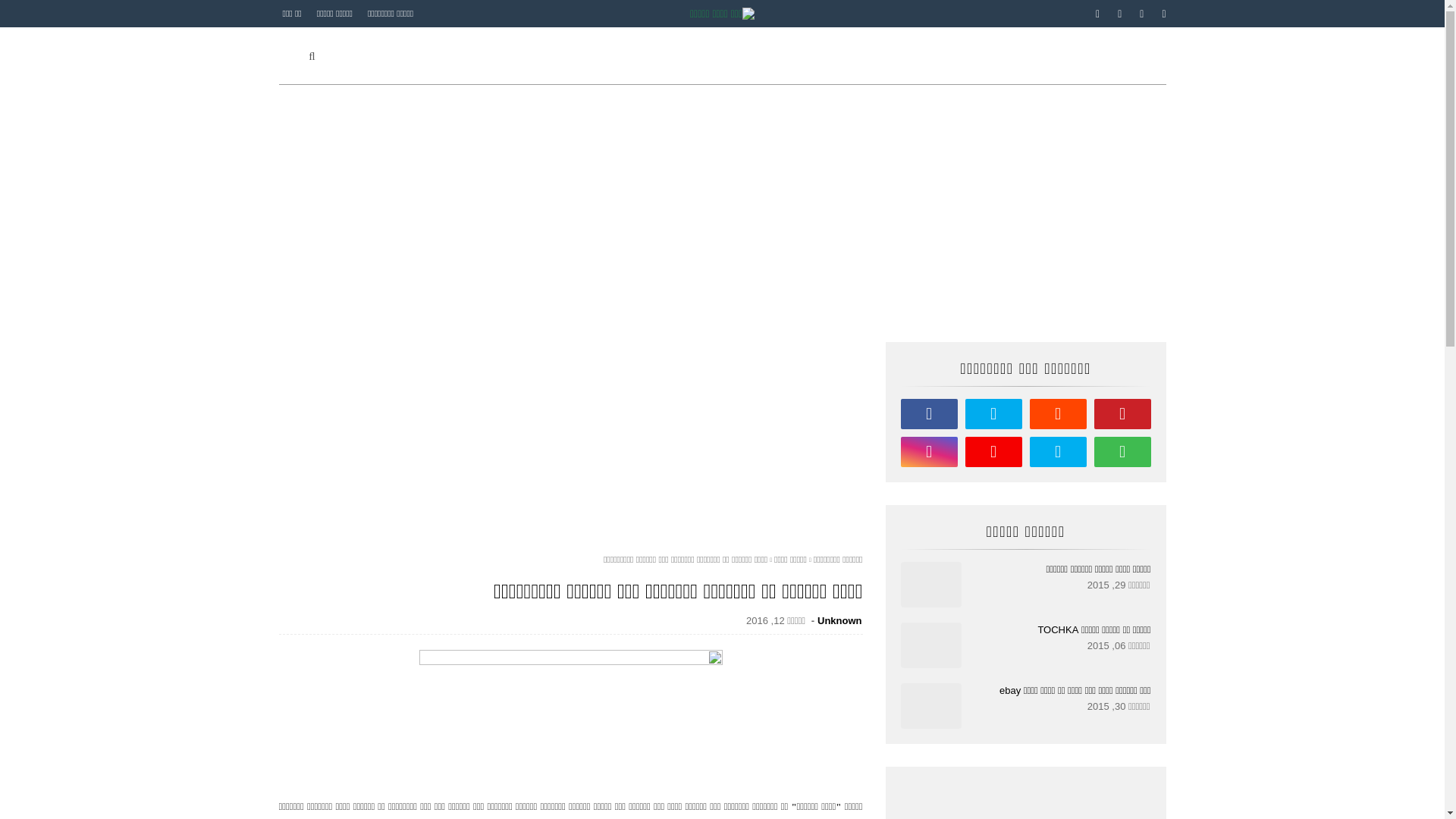  Describe the element at coordinates (1093, 451) in the screenshot. I see `'whatsapp'` at that location.